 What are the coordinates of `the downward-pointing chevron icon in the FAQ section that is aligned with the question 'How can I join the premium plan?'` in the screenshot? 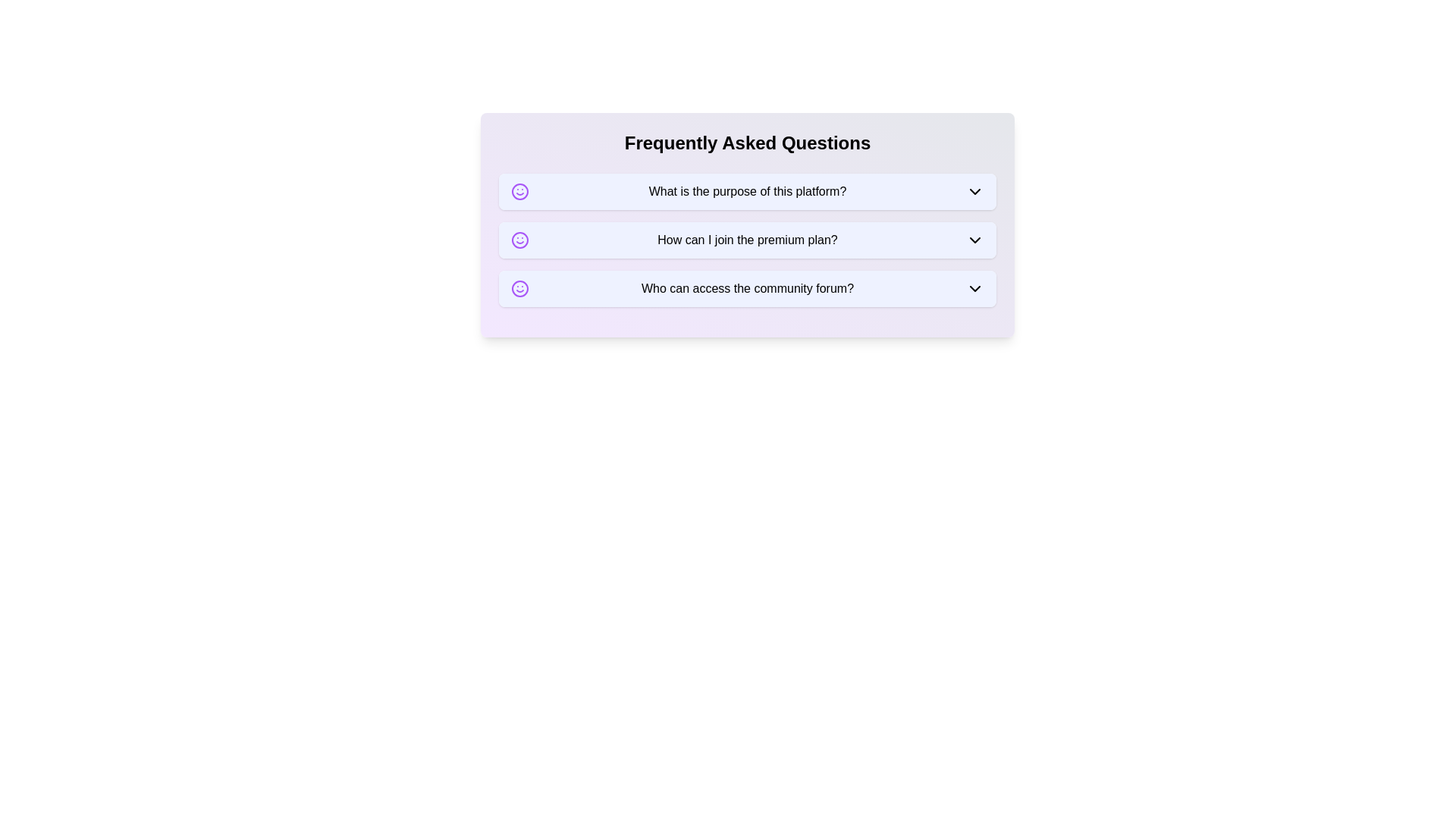 It's located at (975, 239).